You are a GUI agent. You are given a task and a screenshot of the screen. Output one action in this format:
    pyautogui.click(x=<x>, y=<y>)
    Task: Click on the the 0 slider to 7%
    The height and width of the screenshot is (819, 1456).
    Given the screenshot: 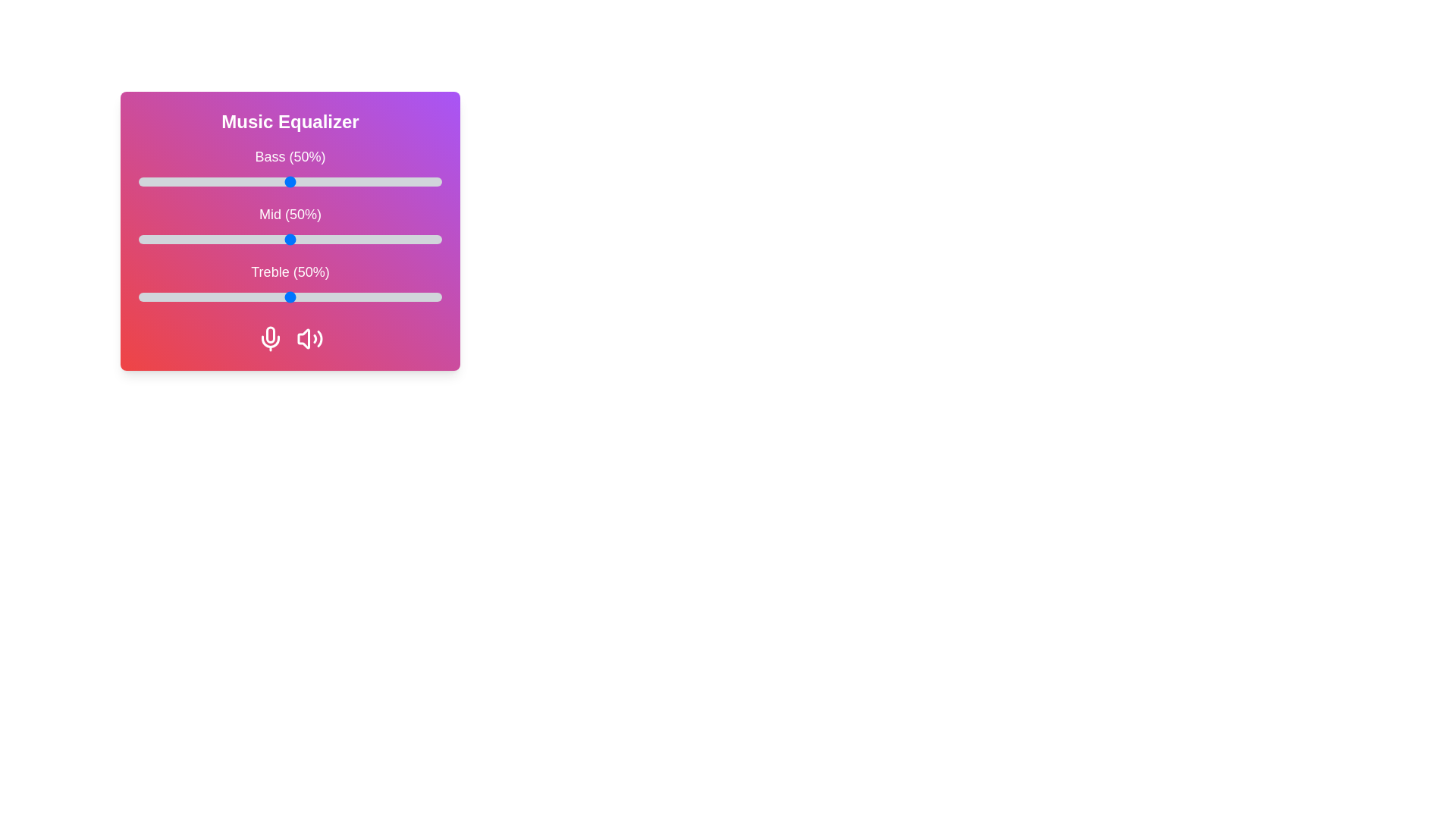 What is the action you would take?
    pyautogui.click(x=160, y=180)
    